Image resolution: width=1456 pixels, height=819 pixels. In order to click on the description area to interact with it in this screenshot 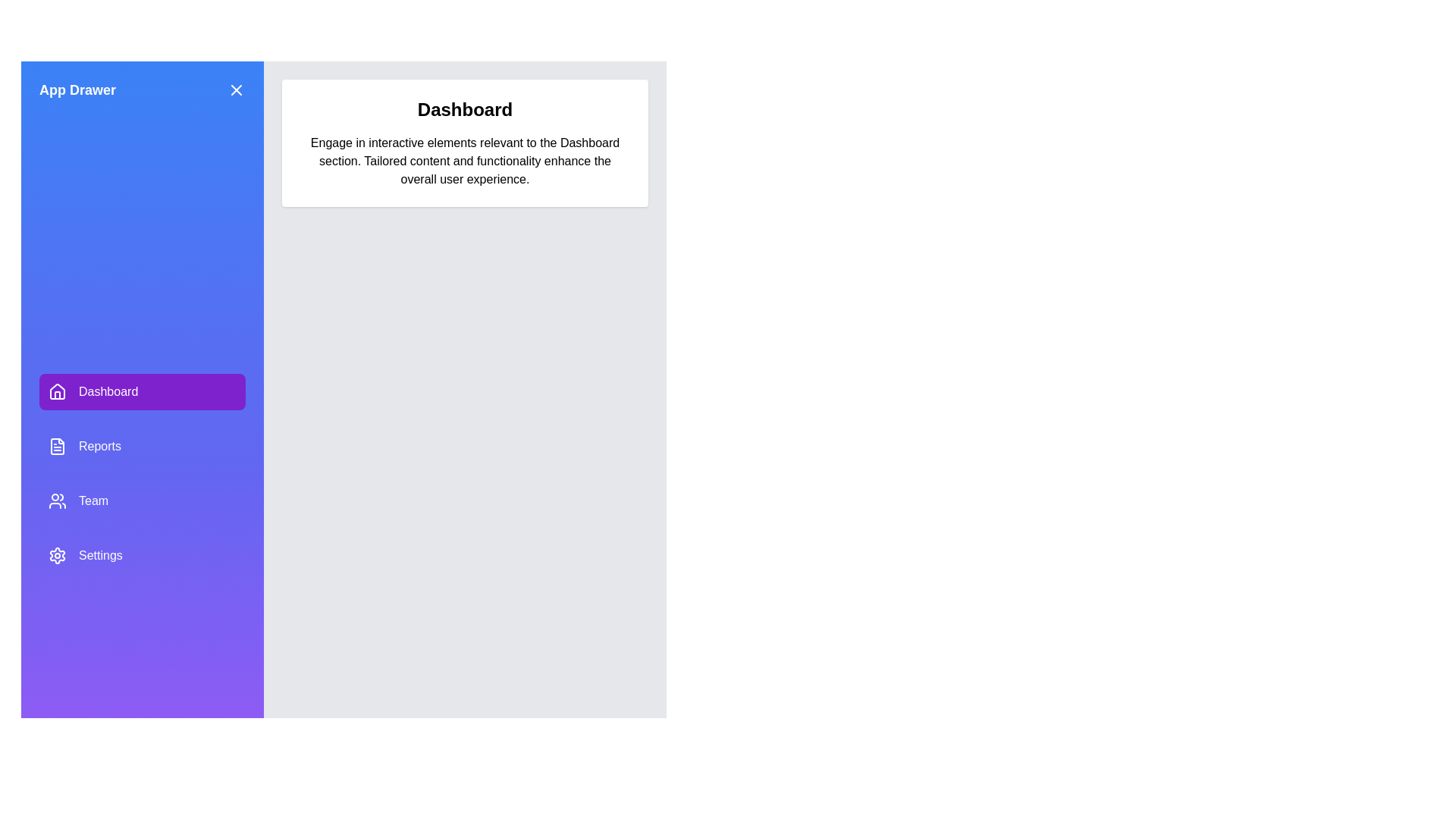, I will do `click(464, 161)`.